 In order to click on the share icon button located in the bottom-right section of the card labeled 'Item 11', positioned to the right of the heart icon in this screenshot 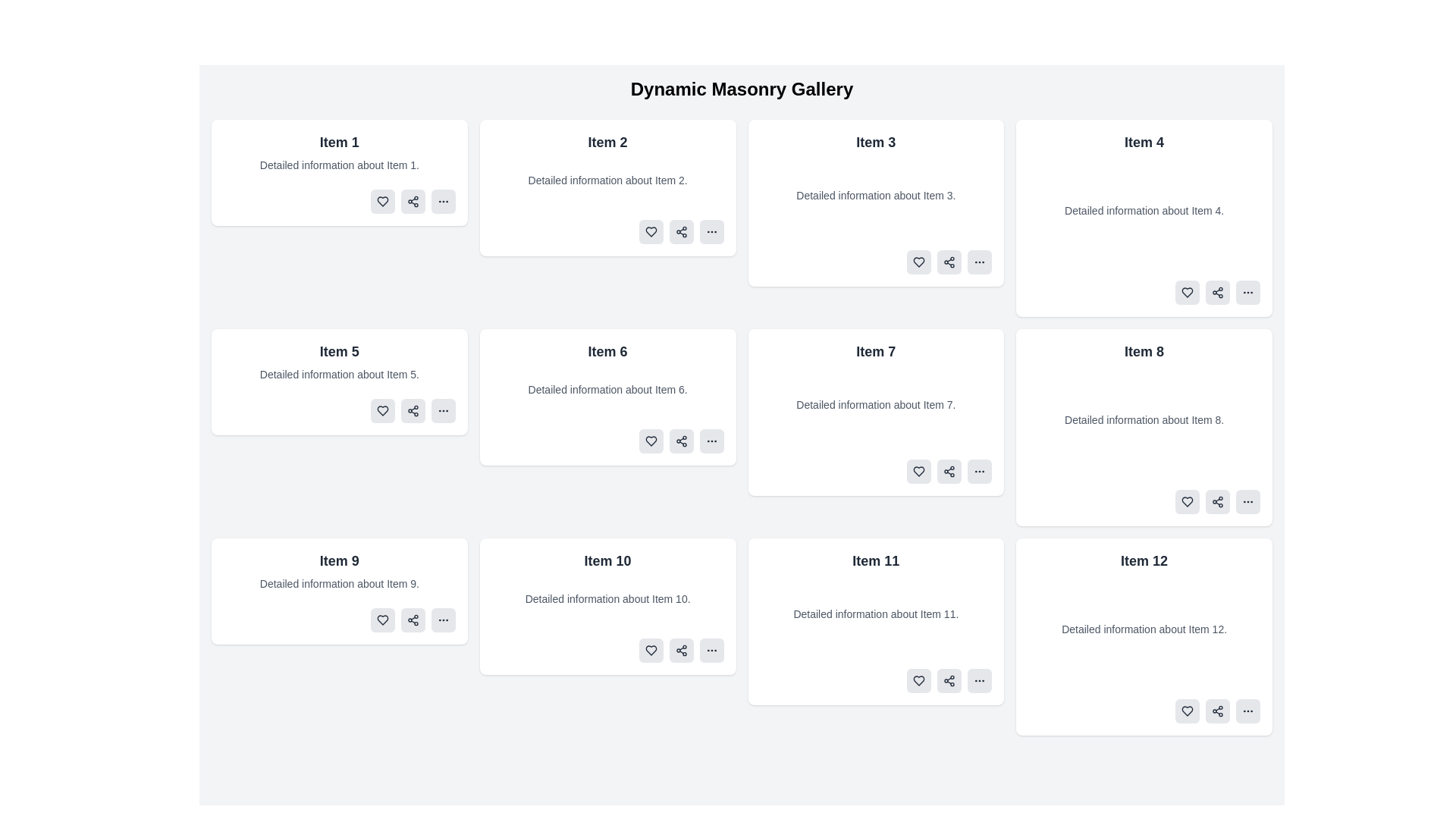, I will do `click(949, 680)`.